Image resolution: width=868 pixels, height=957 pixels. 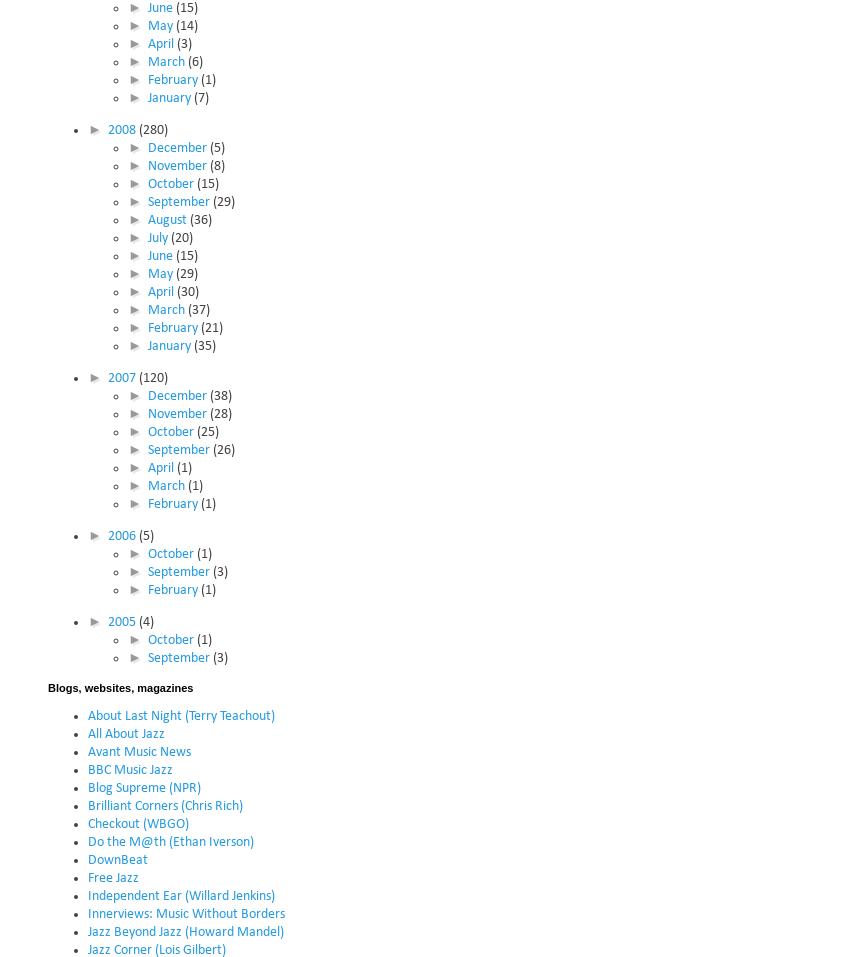 I want to click on 'About Last Night (Terry Teachout)', so click(x=181, y=715).